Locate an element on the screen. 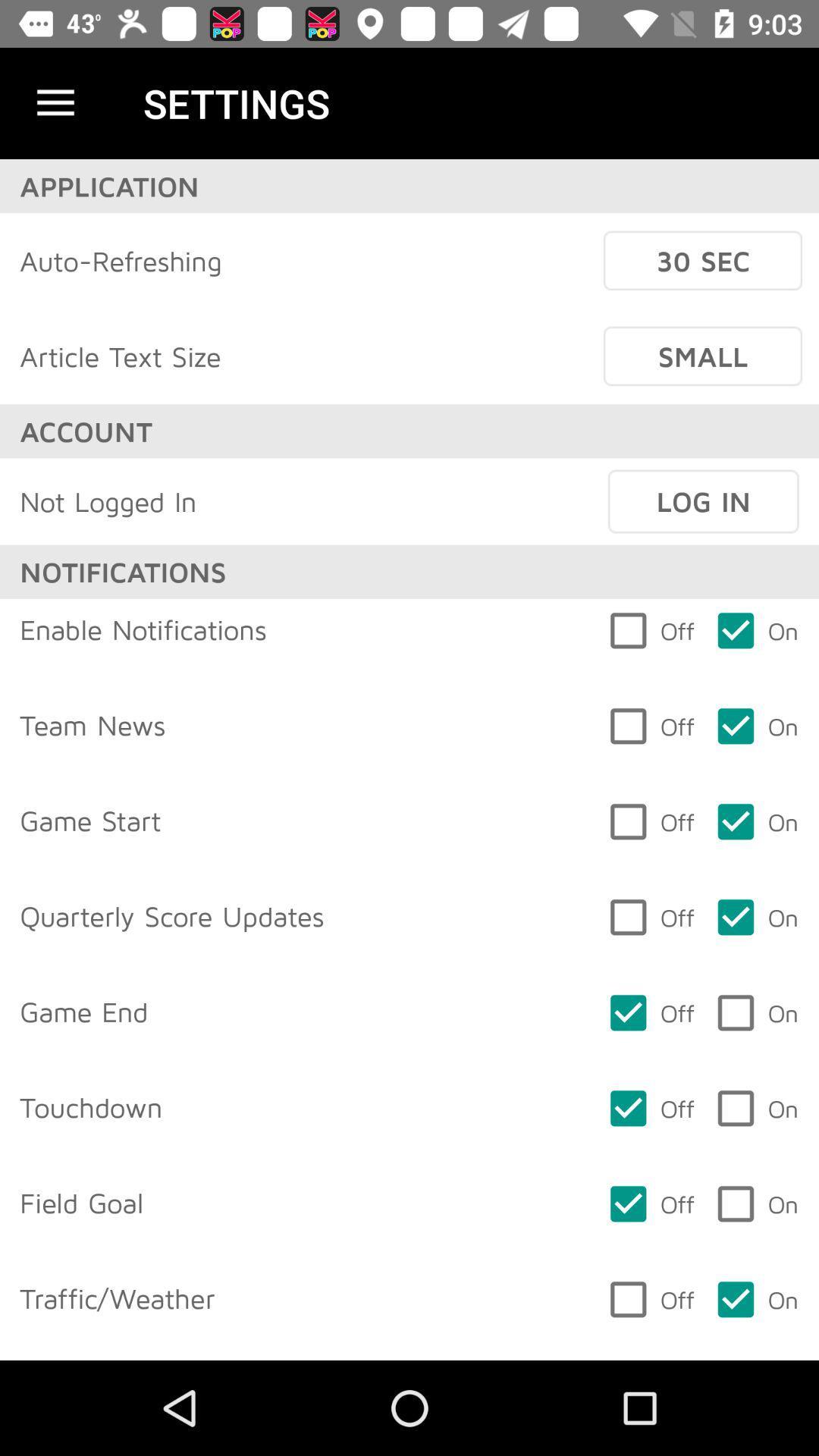  the first on check box from bottom is located at coordinates (757, 1298).